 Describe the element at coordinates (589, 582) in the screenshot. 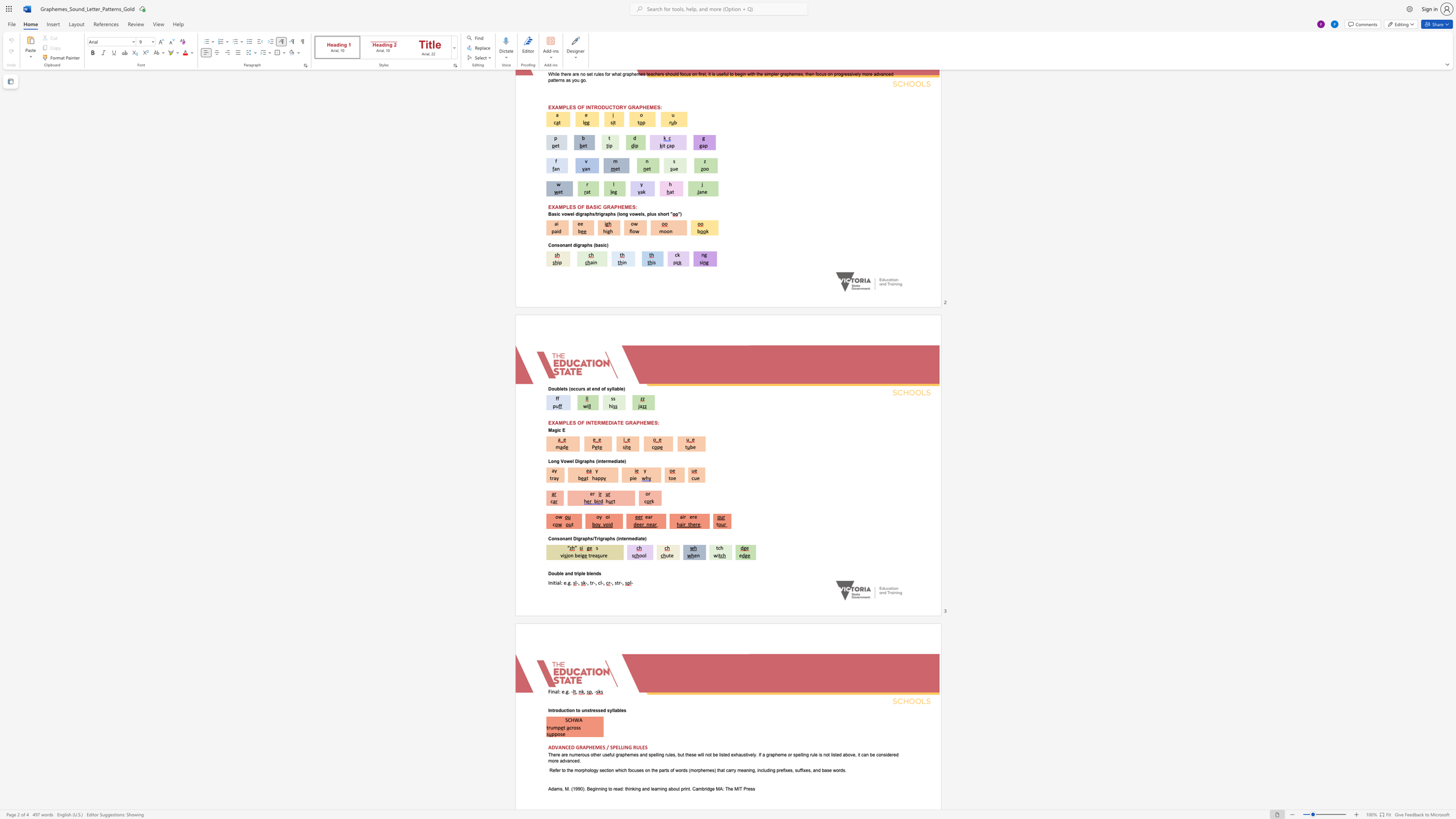

I see `the subset text "tr-, cl-," within the text "-, tr-, cl-,"` at that location.